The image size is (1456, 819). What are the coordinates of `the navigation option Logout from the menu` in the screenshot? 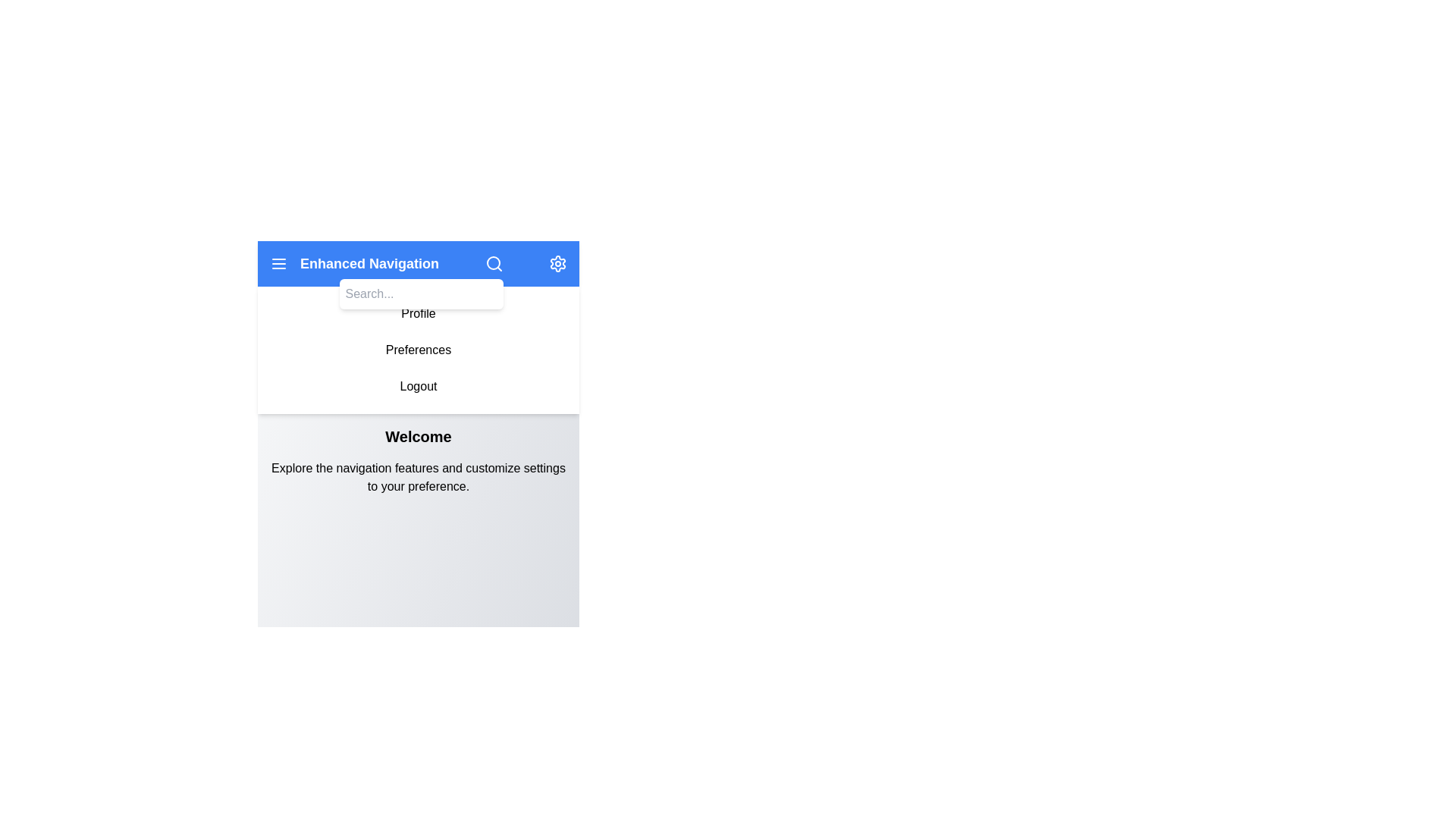 It's located at (419, 385).